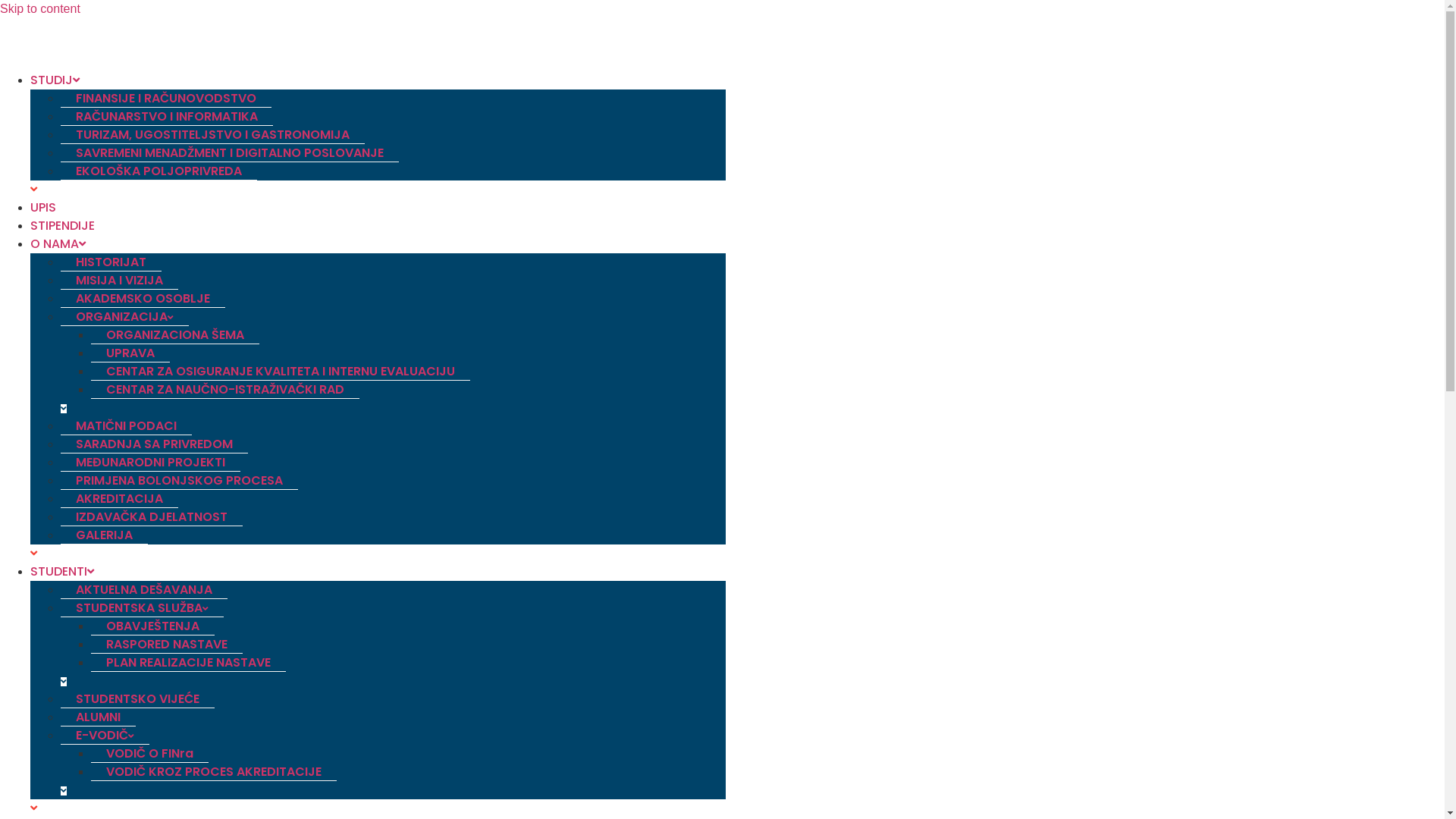 Image resolution: width=1456 pixels, height=819 pixels. I want to click on 'O NAMA', so click(58, 243).